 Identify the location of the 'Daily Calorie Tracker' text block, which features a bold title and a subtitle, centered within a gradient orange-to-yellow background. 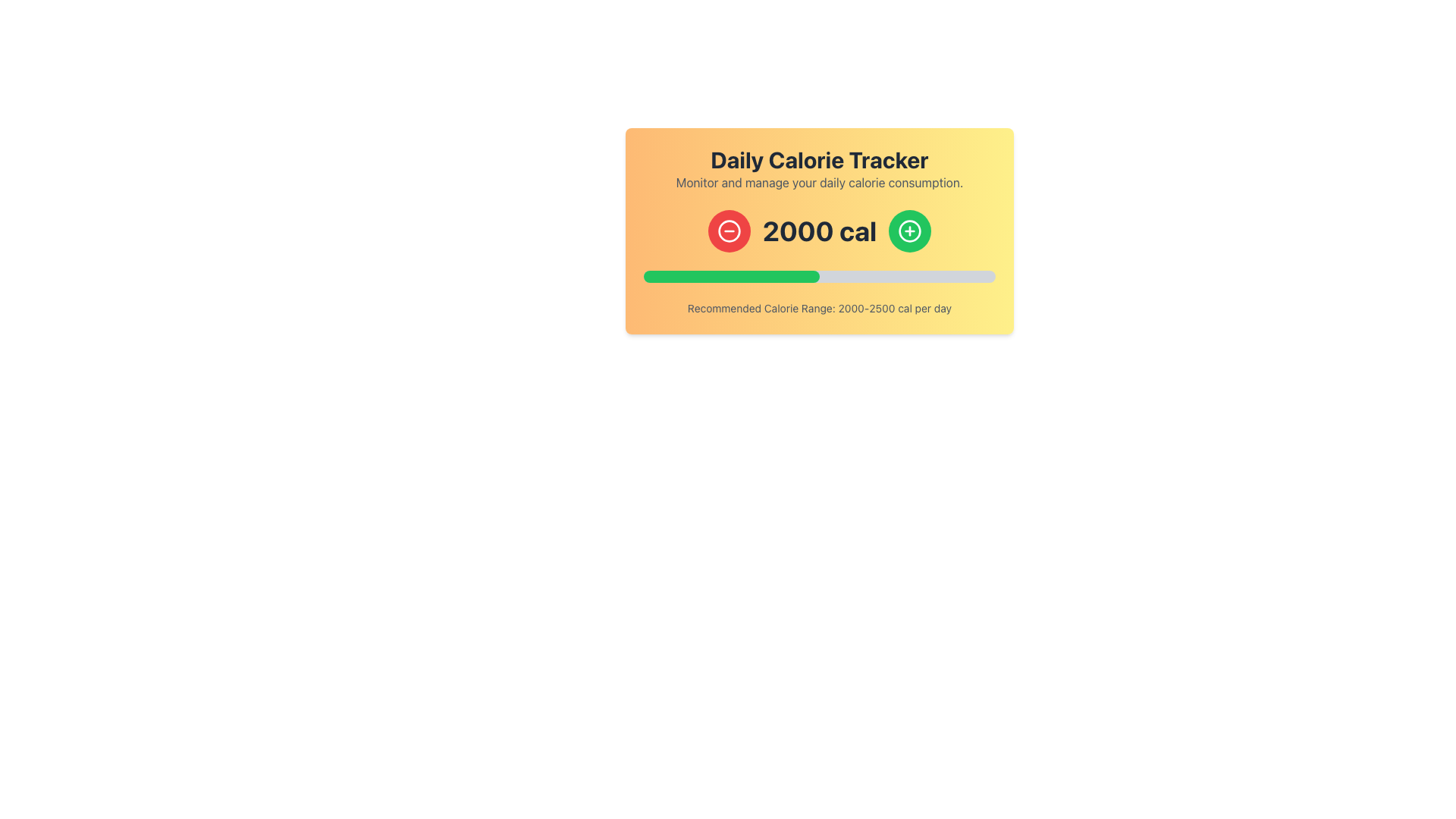
(818, 169).